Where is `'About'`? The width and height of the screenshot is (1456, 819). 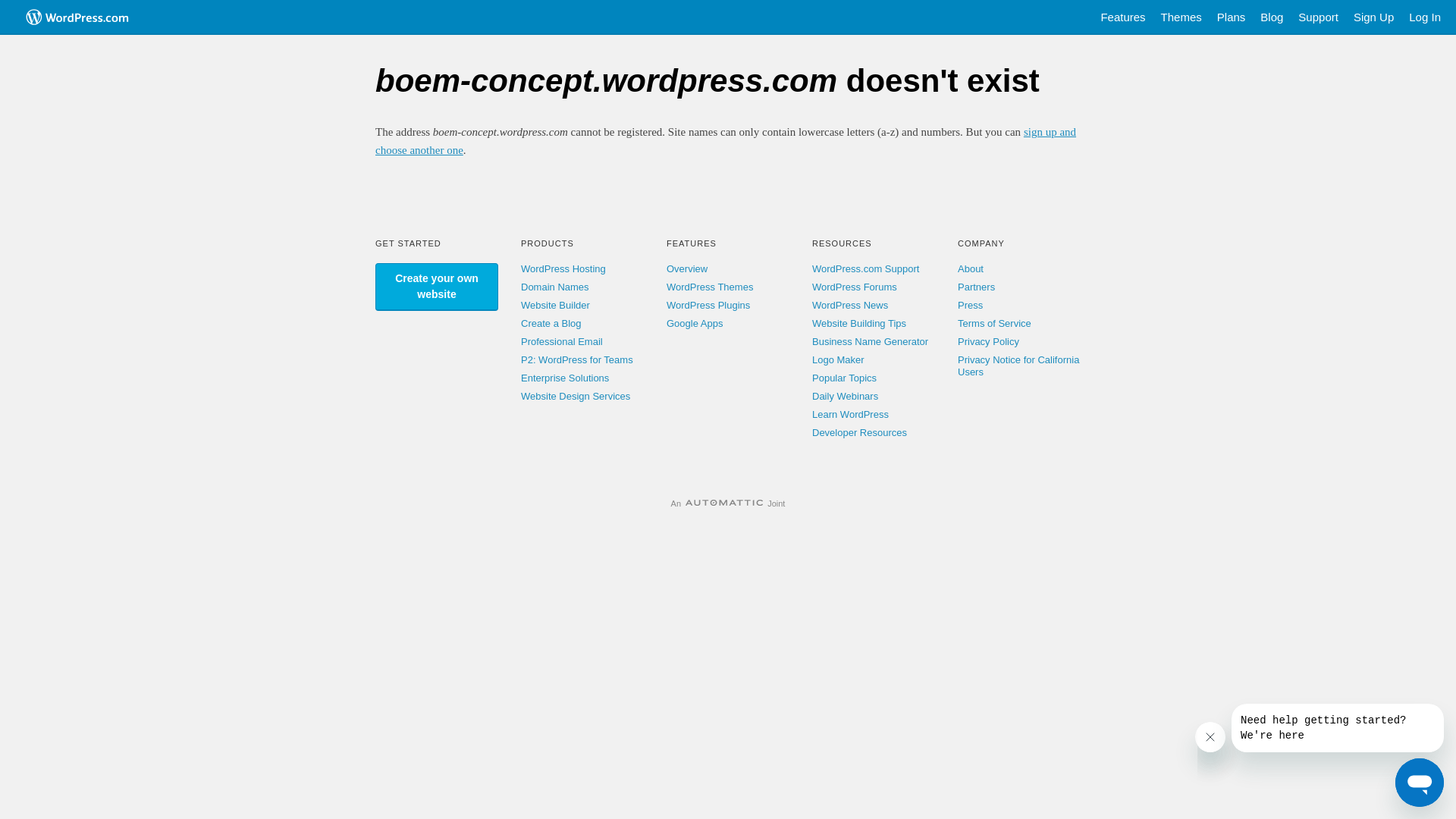 'About' is located at coordinates (971, 268).